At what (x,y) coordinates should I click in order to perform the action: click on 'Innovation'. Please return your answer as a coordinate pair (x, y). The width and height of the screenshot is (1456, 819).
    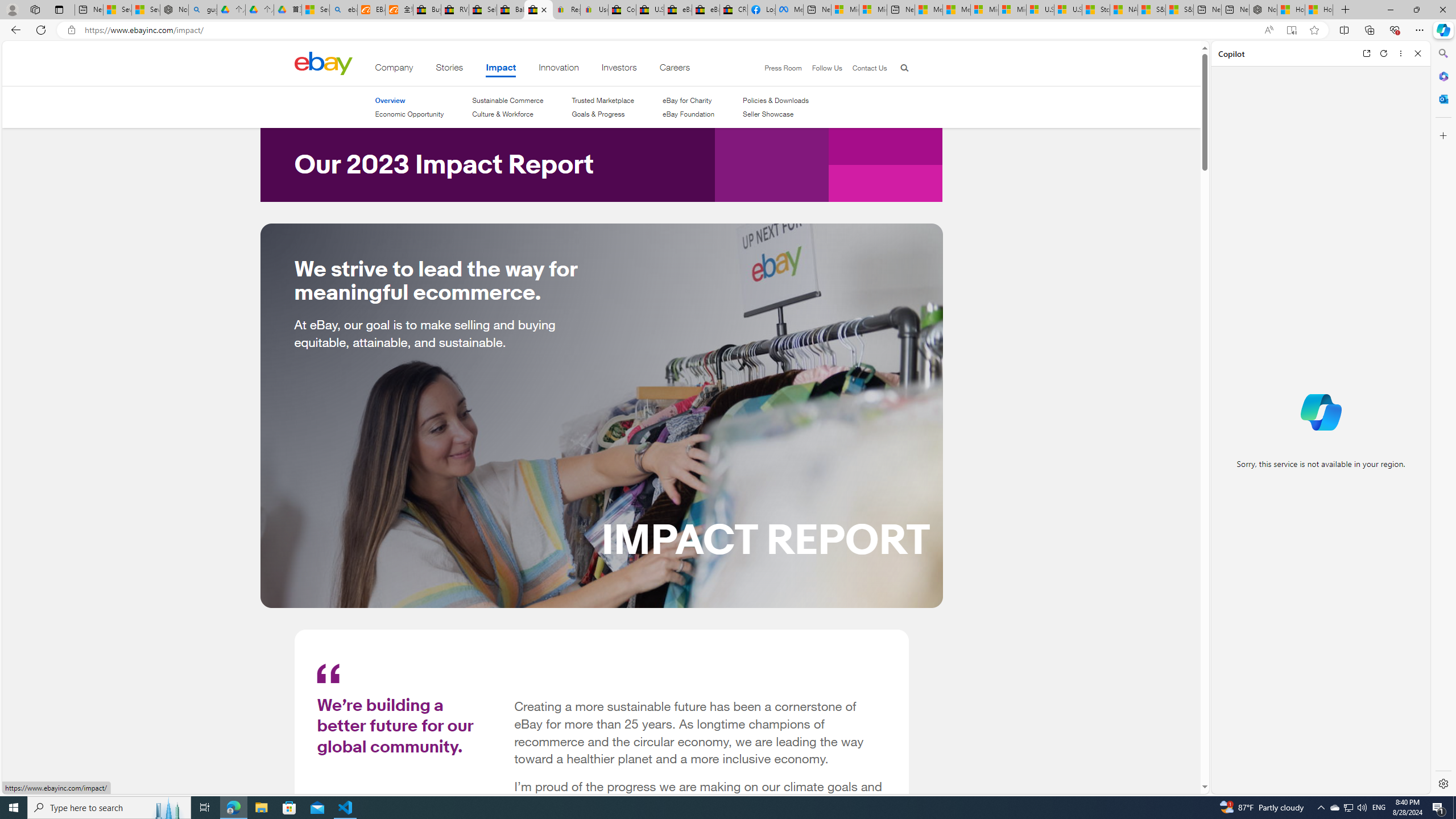
    Looking at the image, I should click on (559, 69).